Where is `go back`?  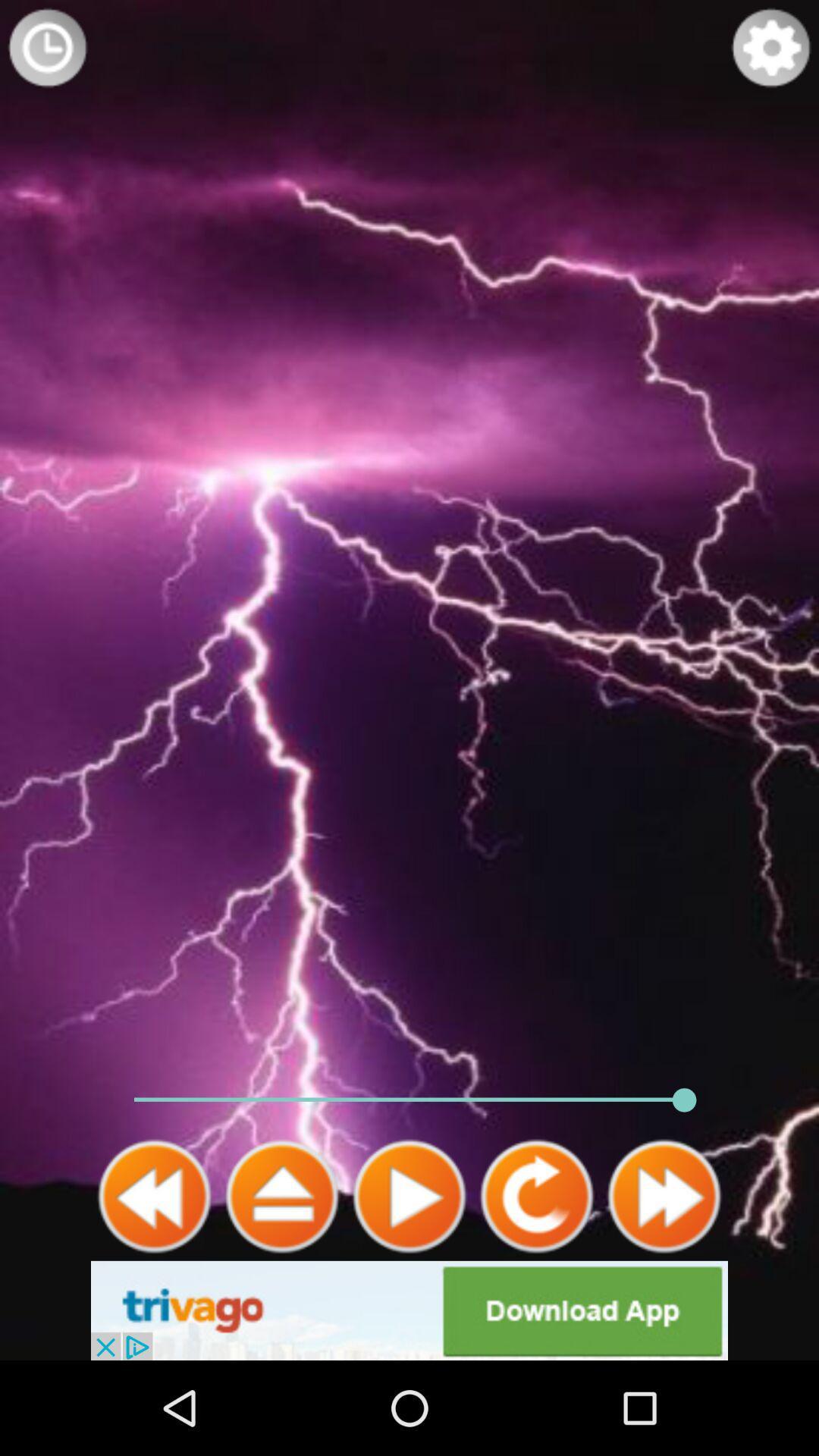 go back is located at coordinates (155, 1196).